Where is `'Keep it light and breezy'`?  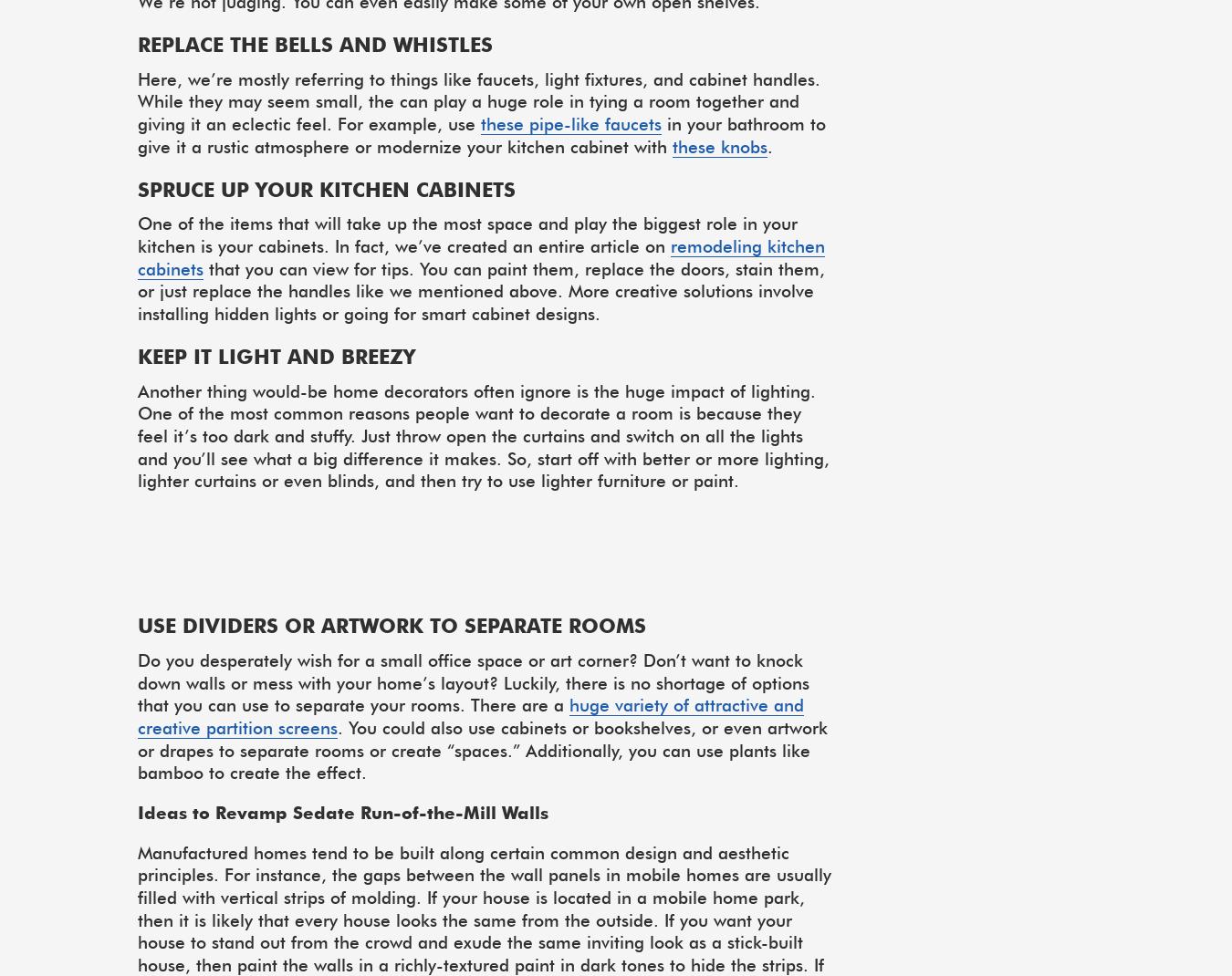 'Keep it light and breezy' is located at coordinates (275, 355).